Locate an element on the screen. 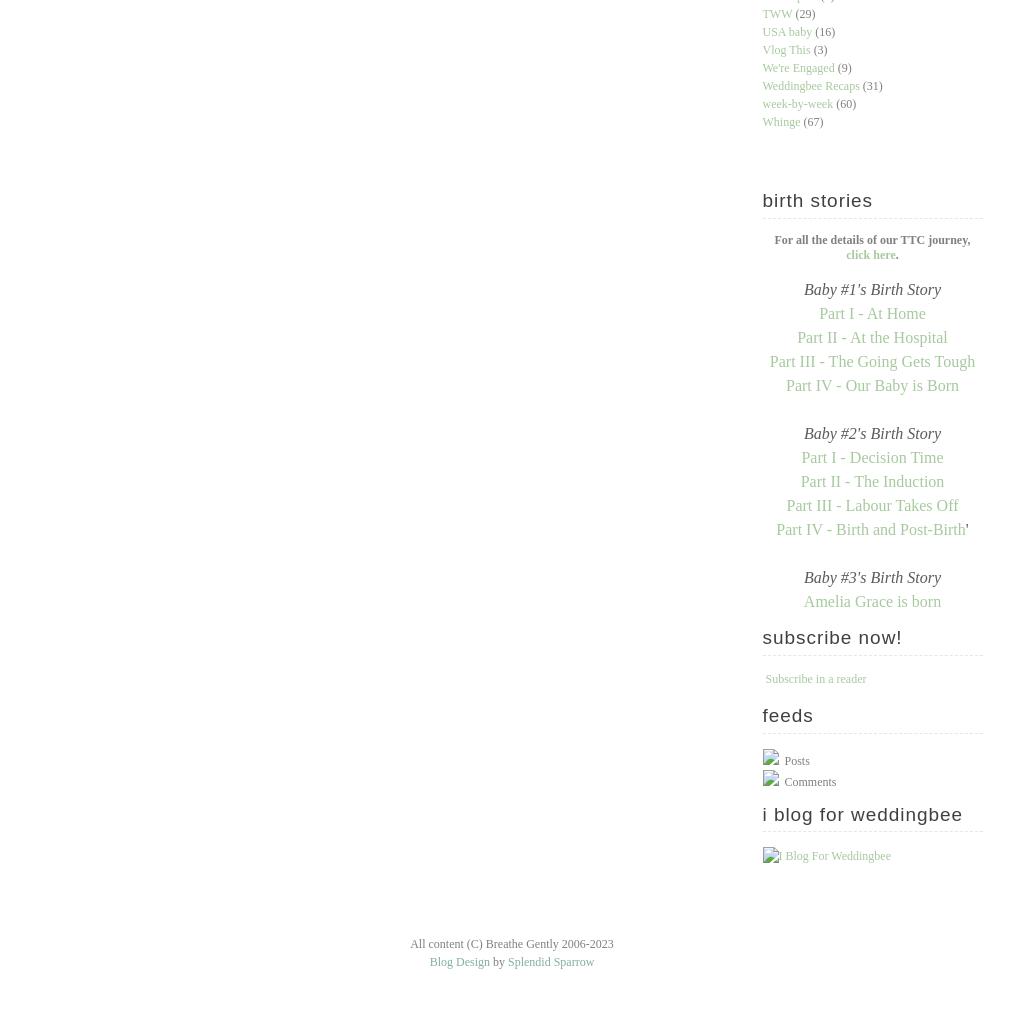 This screenshot has width=1024, height=1013. 'Part I - Decision Time' is located at coordinates (872, 456).